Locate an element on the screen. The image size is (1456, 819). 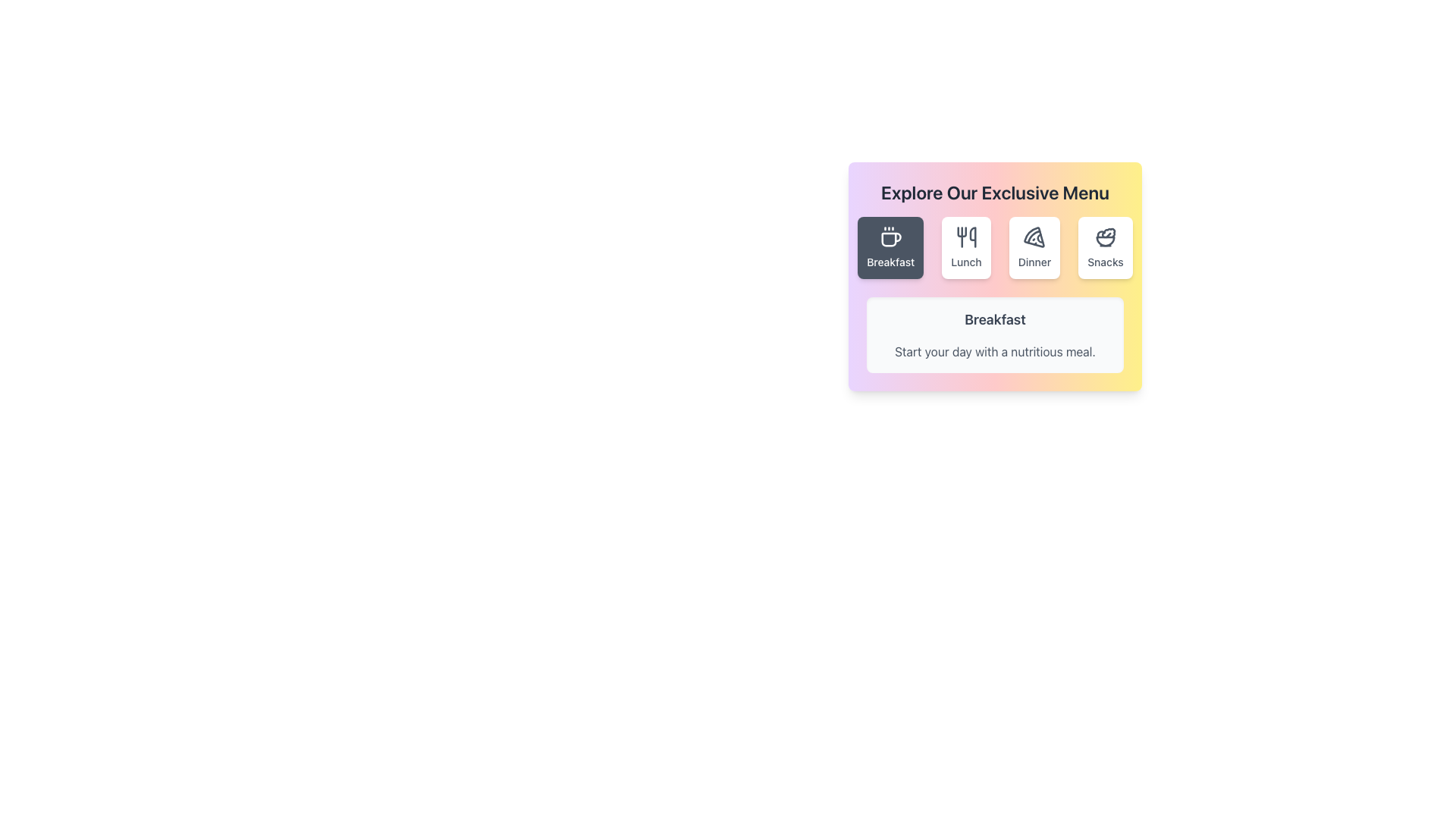
the 'Lunch' category button in the menu selection interface to filter or display lunch-specific content is located at coordinates (965, 247).